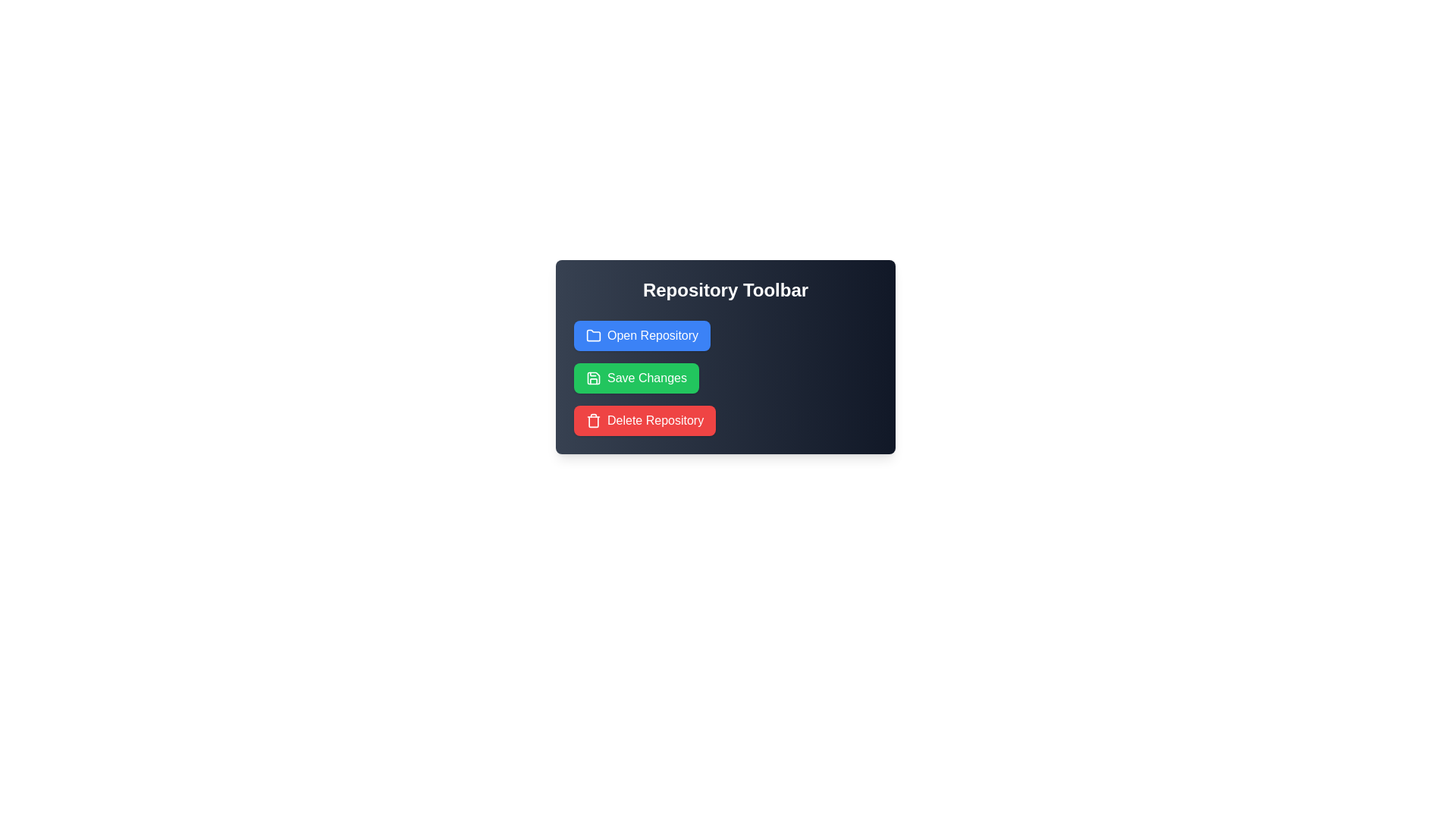 The height and width of the screenshot is (819, 1456). What do you see at coordinates (724, 356) in the screenshot?
I see `the Toolbar component containing the 'Open Repository', 'Save Changes', and 'Delete Repository' buttons` at bounding box center [724, 356].